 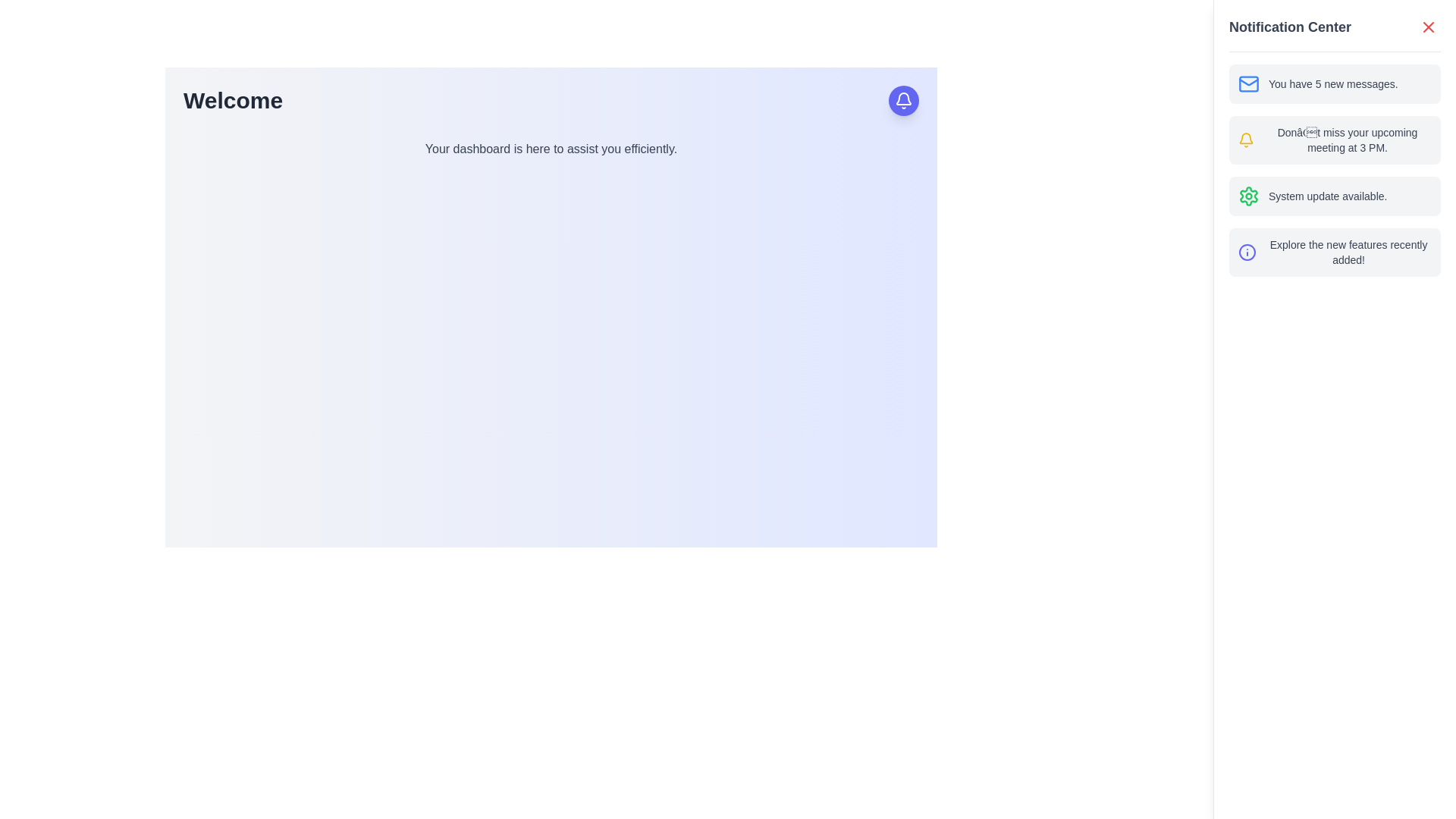 What do you see at coordinates (1327, 195) in the screenshot?
I see `text displayed in the label saying 'System update available.' located in the third item of the notification list in the Notification Center panel` at bounding box center [1327, 195].